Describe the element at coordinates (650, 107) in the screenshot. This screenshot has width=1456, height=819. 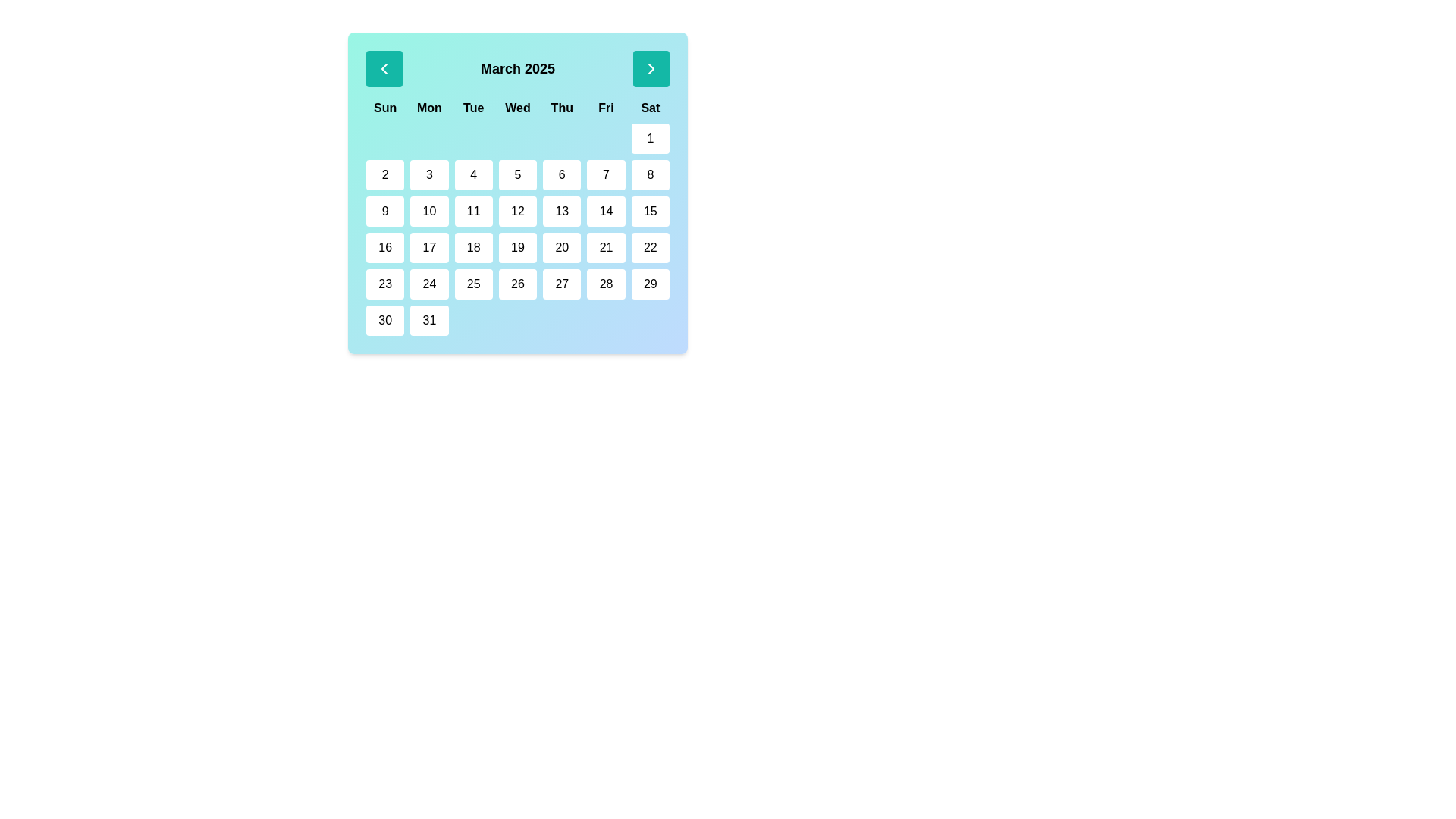
I see `the text label element displaying 'Sat' in a bold font style, located at the top-right corner of the calendar header row` at that location.